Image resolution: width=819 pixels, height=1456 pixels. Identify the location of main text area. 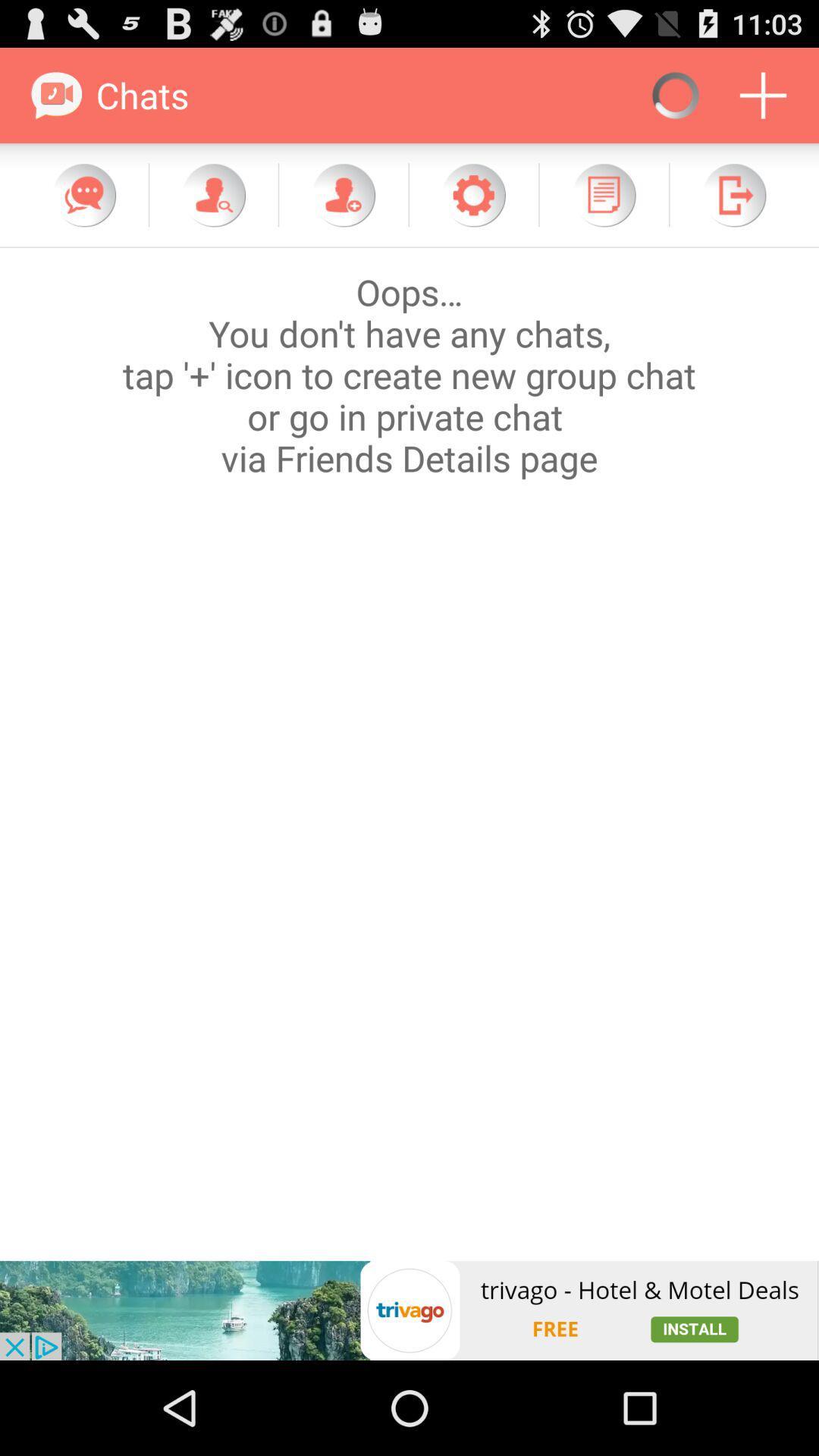
(409, 754).